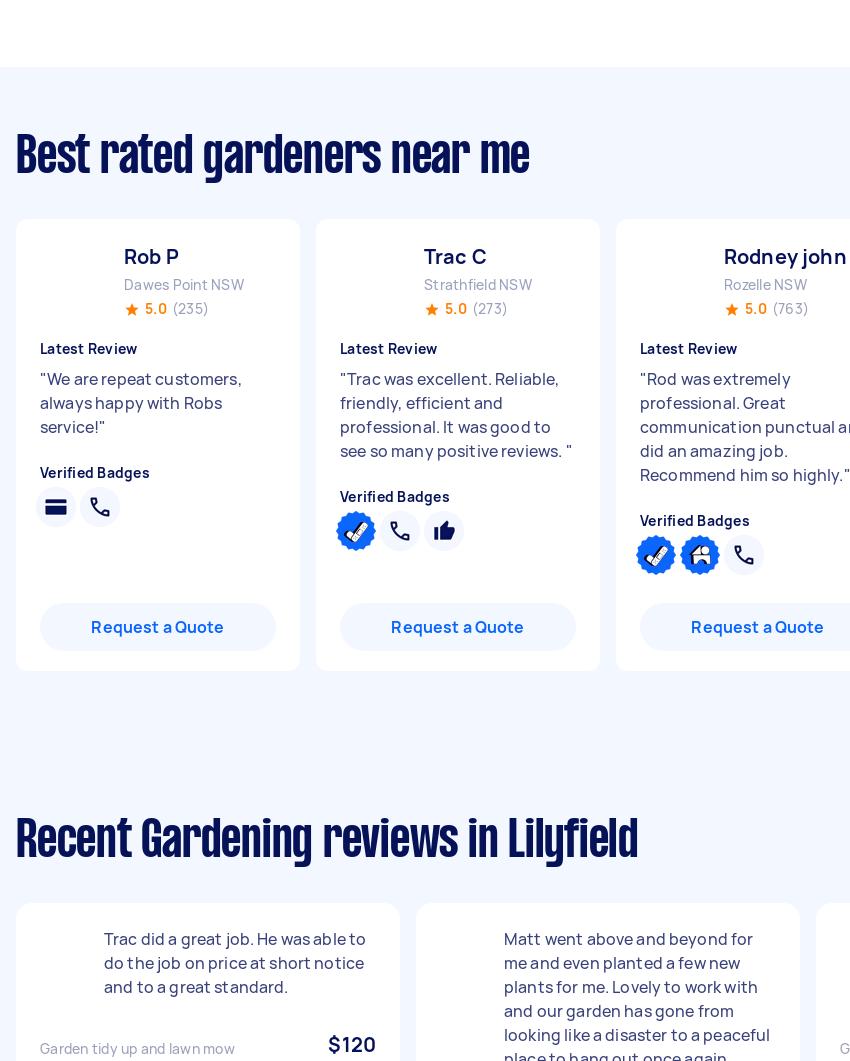 This screenshot has width=850, height=1061. I want to click on 'Trac was excellent. Reliable, friendly, efficient and professional. It was good to see so many positive reviews.', so click(451, 414).